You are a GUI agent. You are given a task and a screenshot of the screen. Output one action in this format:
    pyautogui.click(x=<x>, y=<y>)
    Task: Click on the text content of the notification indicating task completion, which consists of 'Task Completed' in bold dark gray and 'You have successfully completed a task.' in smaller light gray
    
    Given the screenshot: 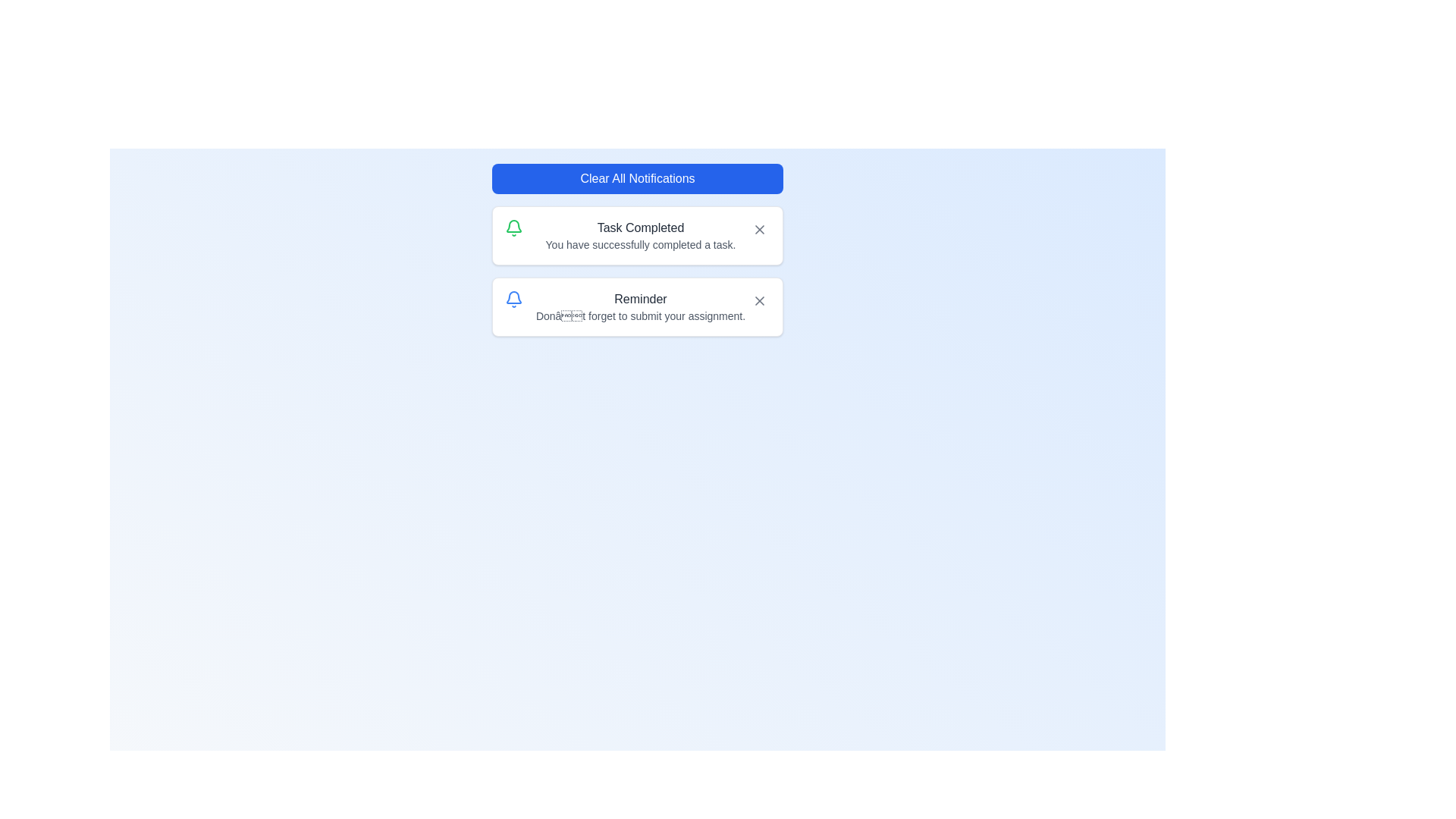 What is the action you would take?
    pyautogui.click(x=640, y=236)
    